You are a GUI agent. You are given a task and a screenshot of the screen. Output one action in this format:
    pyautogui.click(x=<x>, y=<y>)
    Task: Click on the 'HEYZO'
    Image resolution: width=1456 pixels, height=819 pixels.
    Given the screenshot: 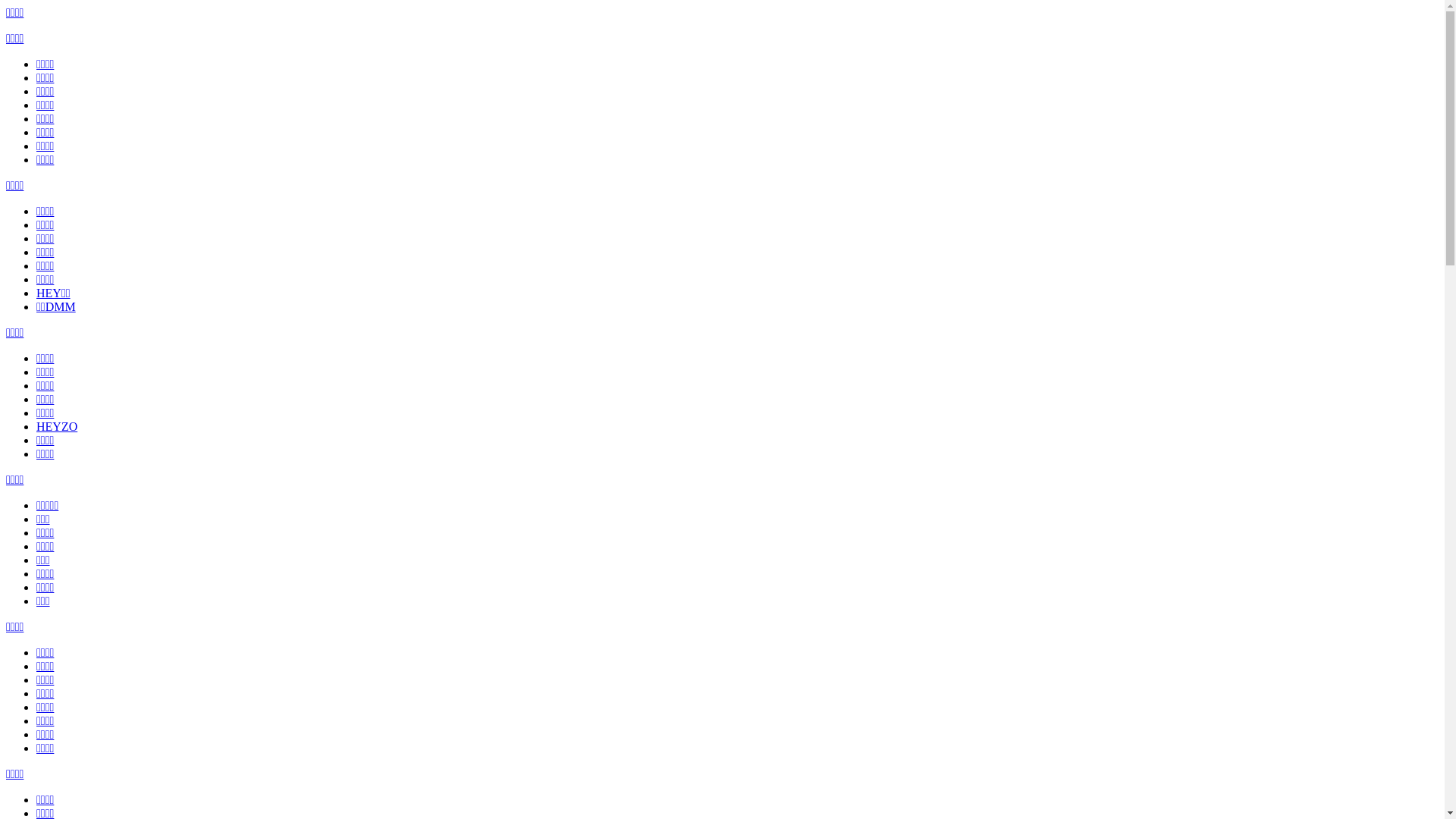 What is the action you would take?
    pyautogui.click(x=36, y=426)
    